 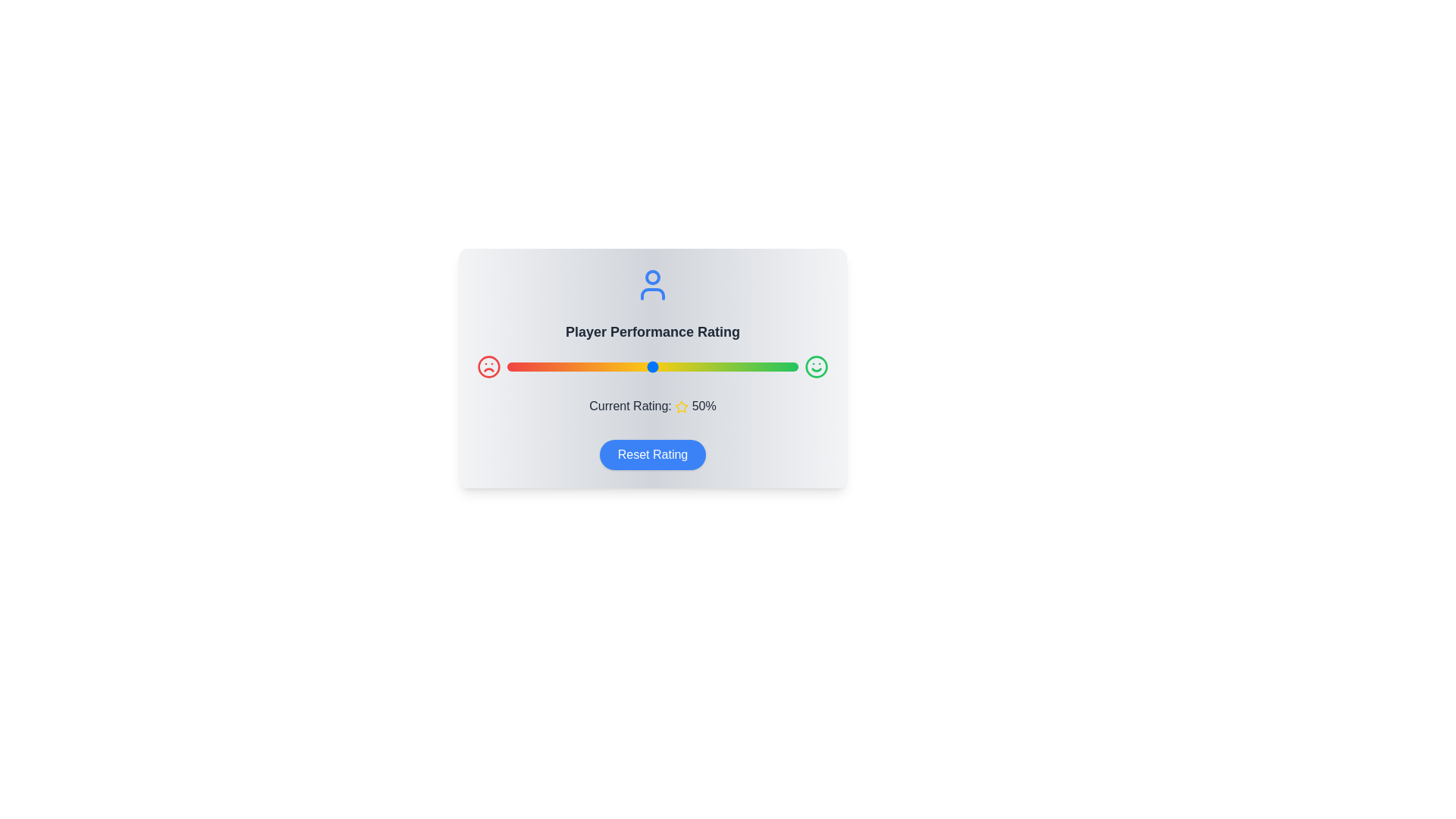 What do you see at coordinates (713, 366) in the screenshot?
I see `the rating slider to 71%` at bounding box center [713, 366].